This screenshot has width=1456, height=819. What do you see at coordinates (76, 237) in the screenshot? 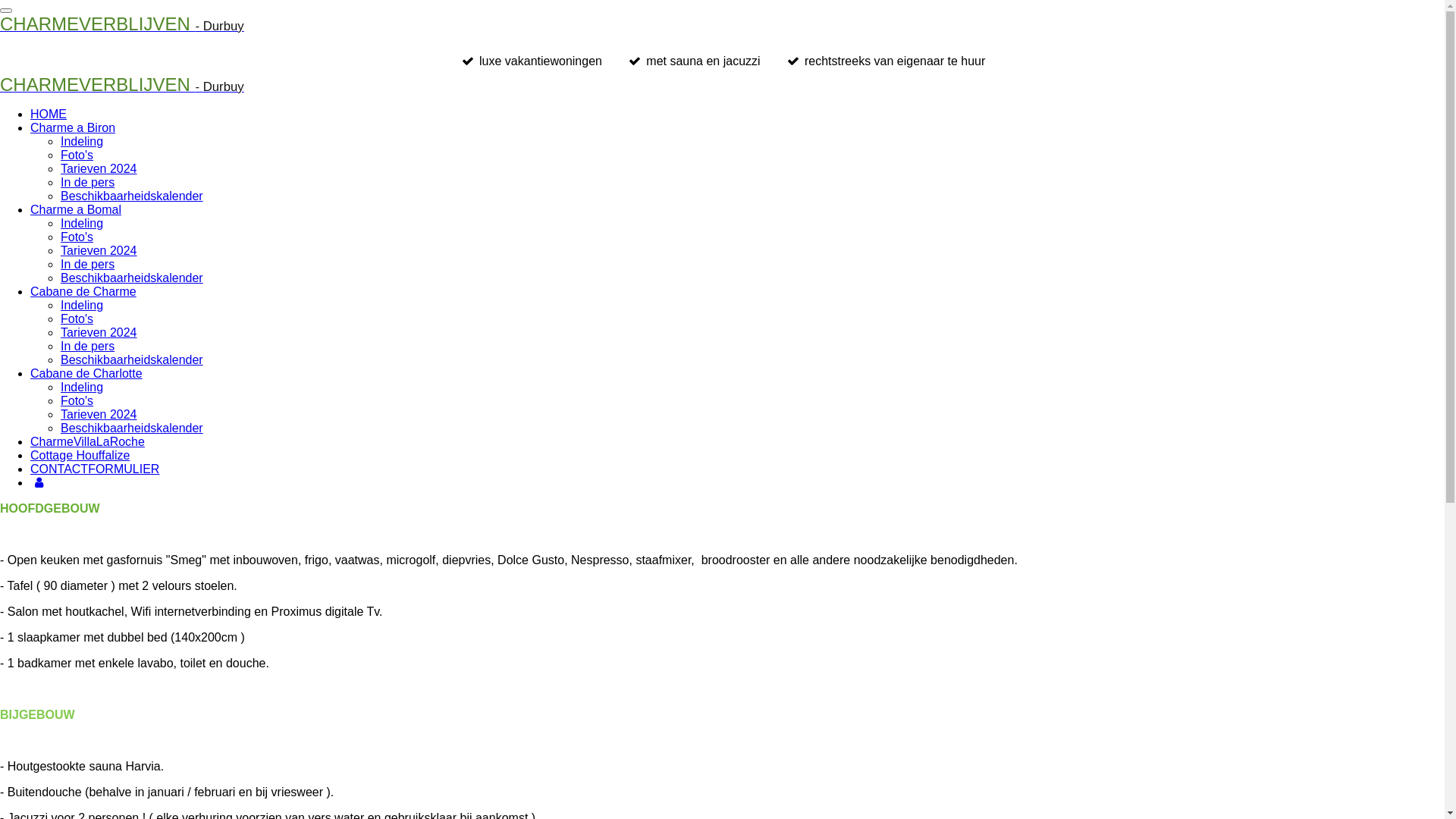
I see `'Foto's'` at bounding box center [76, 237].